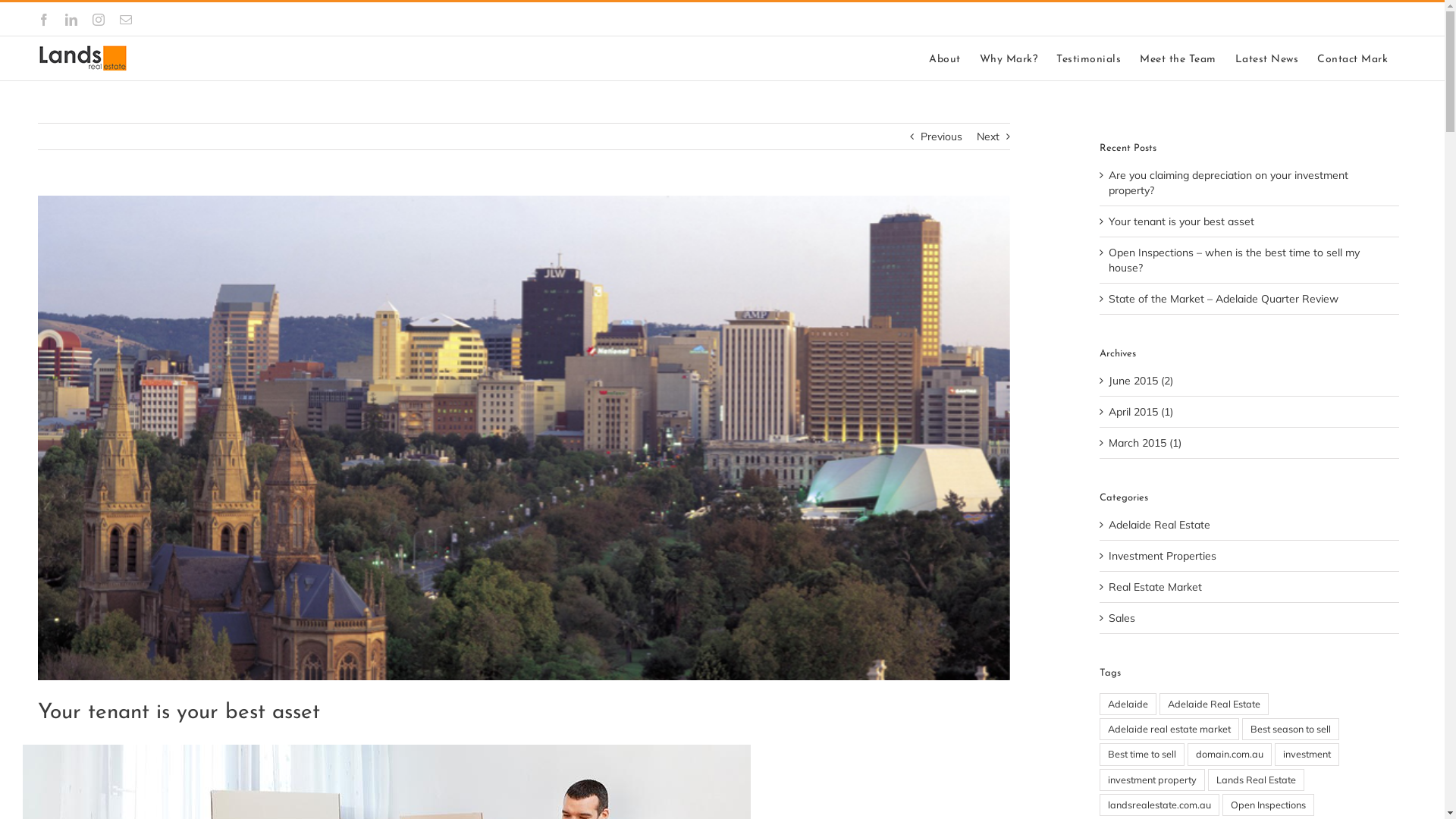 The height and width of the screenshot is (819, 1456). I want to click on 'Instagram', so click(97, 20).